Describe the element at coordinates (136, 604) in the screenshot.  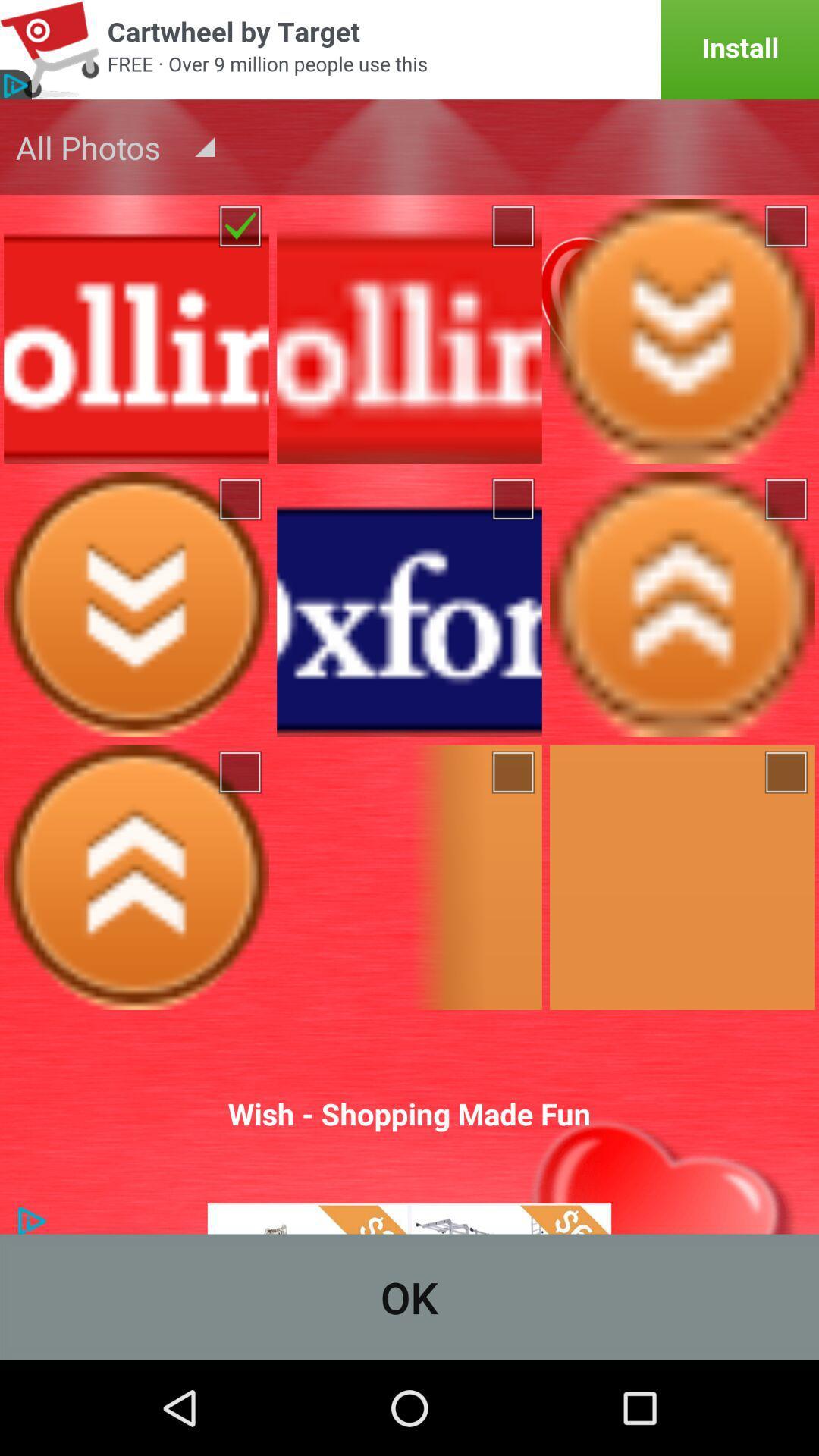
I see `the first image in second row` at that location.